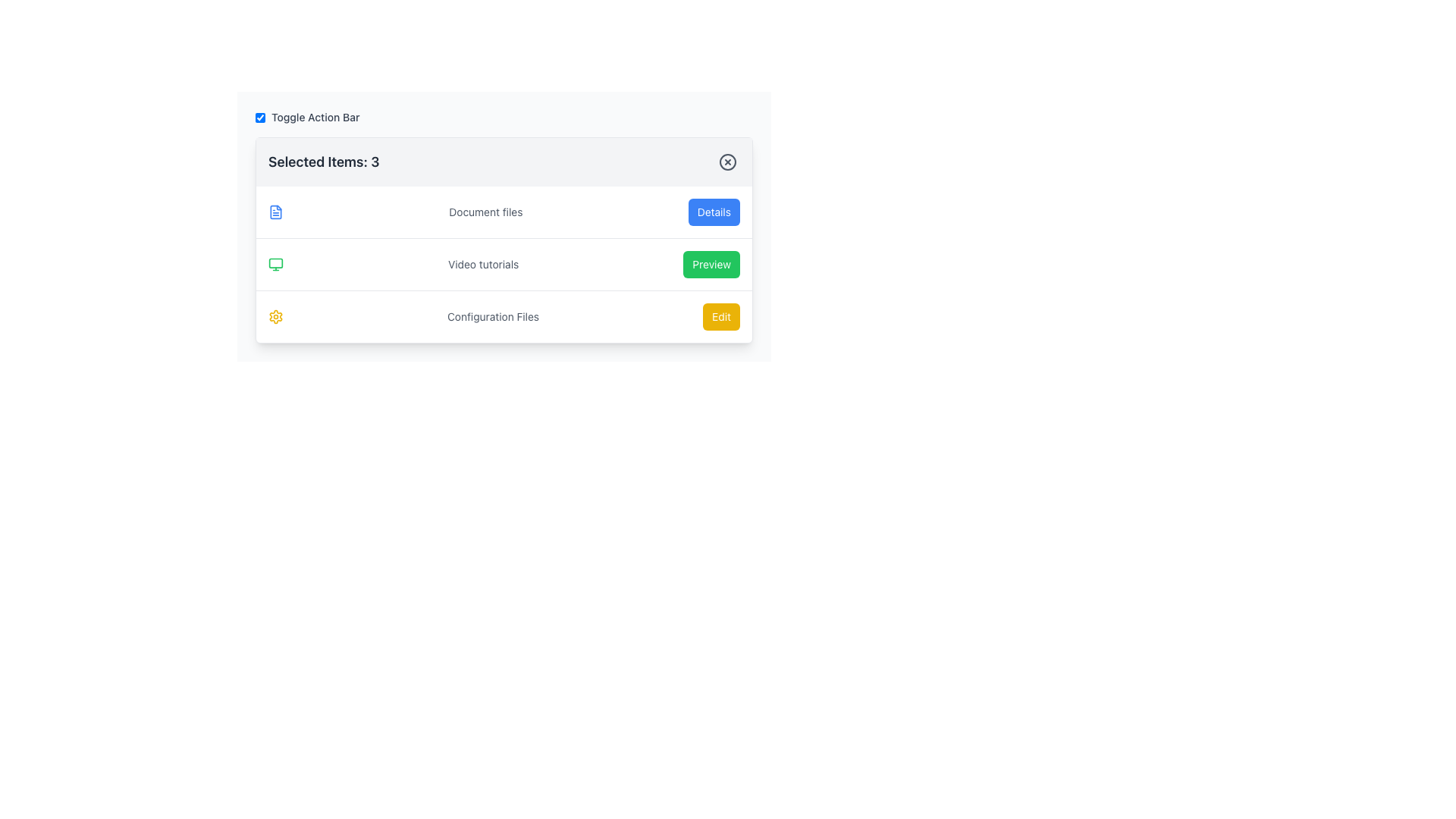 The image size is (1456, 819). What do you see at coordinates (728, 162) in the screenshot?
I see `the close button located at the top-right corner of the panel labeled 'Selected Items: 3'` at bounding box center [728, 162].